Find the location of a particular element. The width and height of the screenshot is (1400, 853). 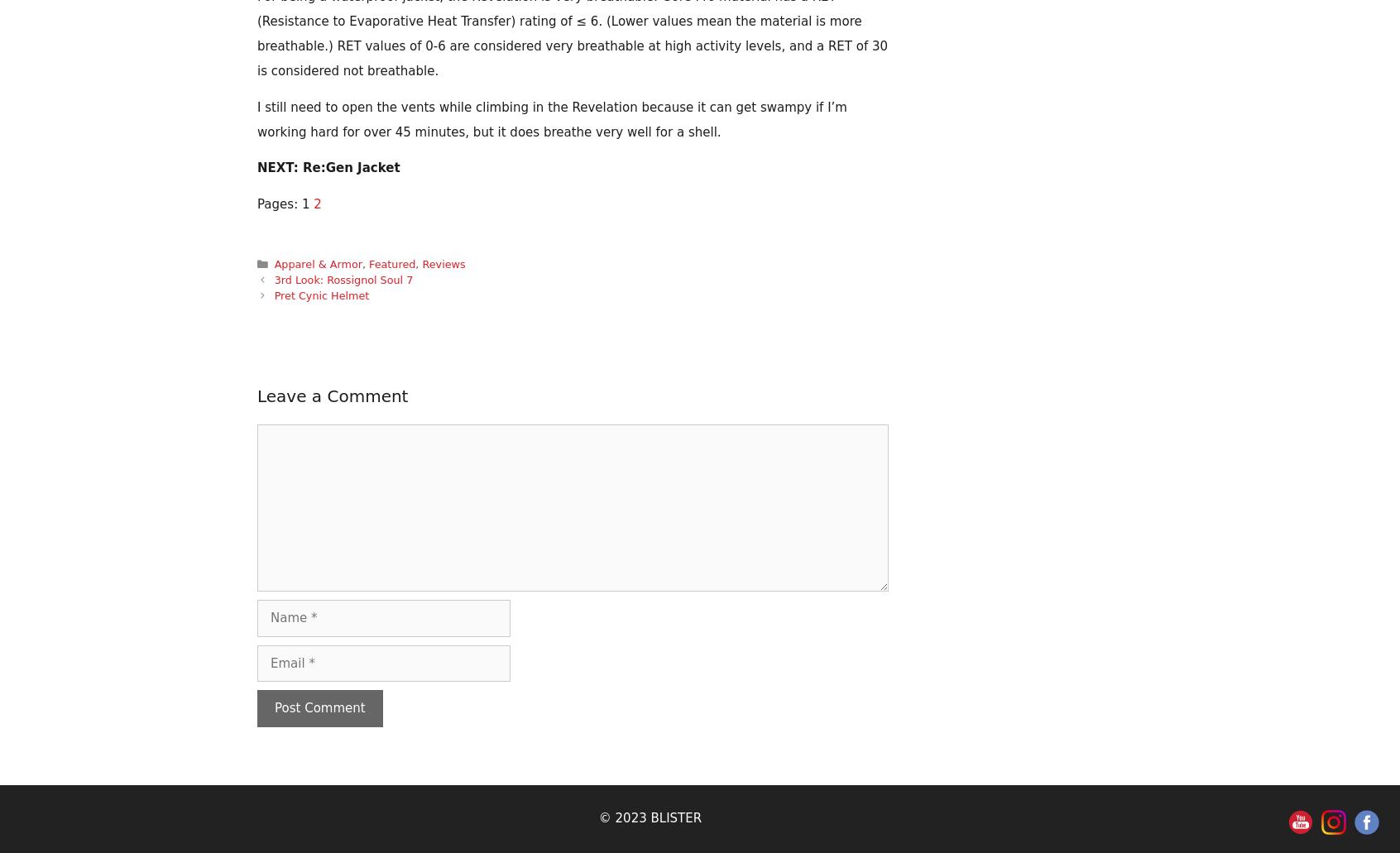

'I still need to open the vents while climbing in the Revelation because it can get swampy if I’m working hard for over 45 minutes, but it does breathe very well for a shell.' is located at coordinates (551, 118).